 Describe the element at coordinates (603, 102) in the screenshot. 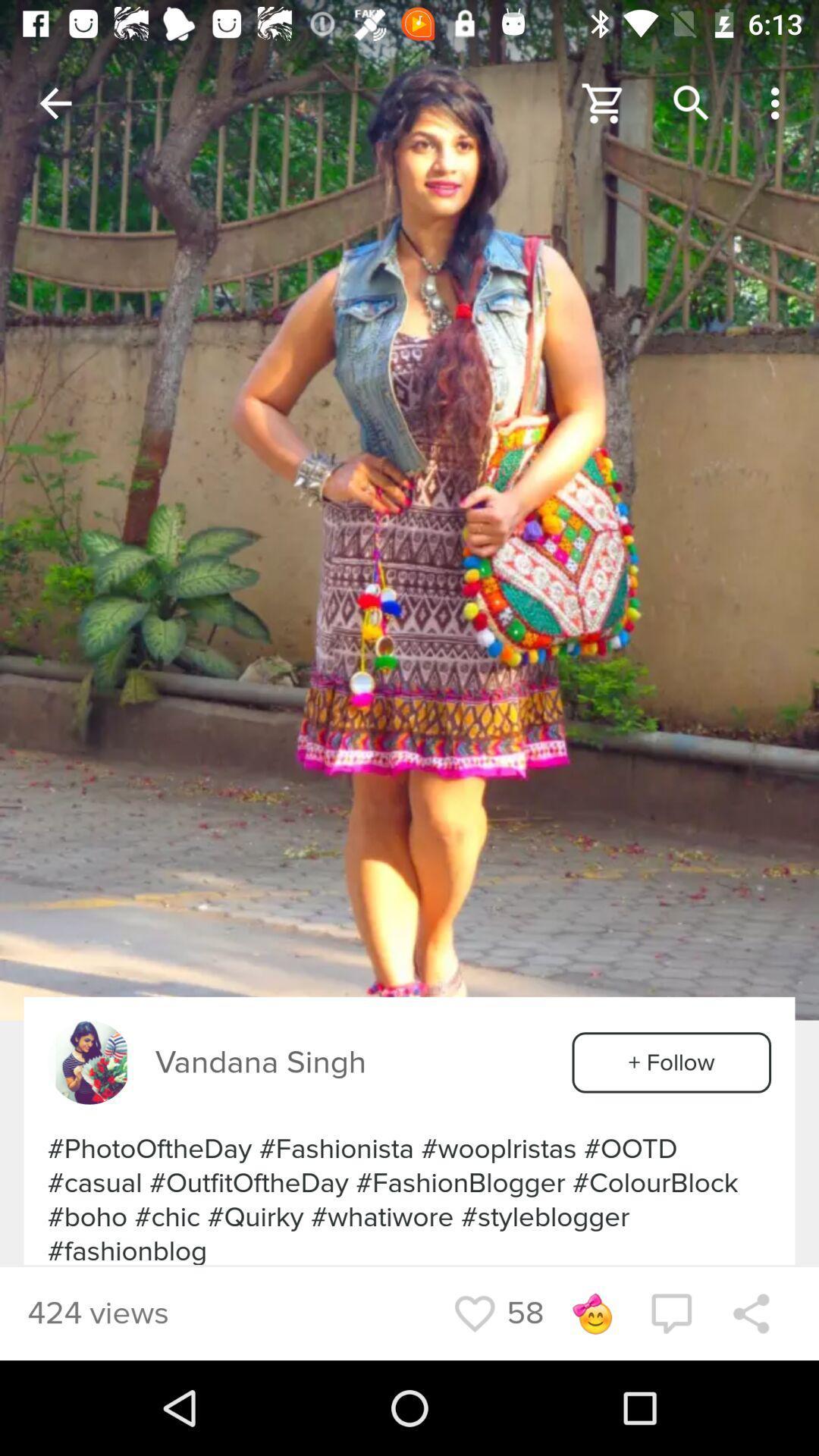

I see `to card` at that location.